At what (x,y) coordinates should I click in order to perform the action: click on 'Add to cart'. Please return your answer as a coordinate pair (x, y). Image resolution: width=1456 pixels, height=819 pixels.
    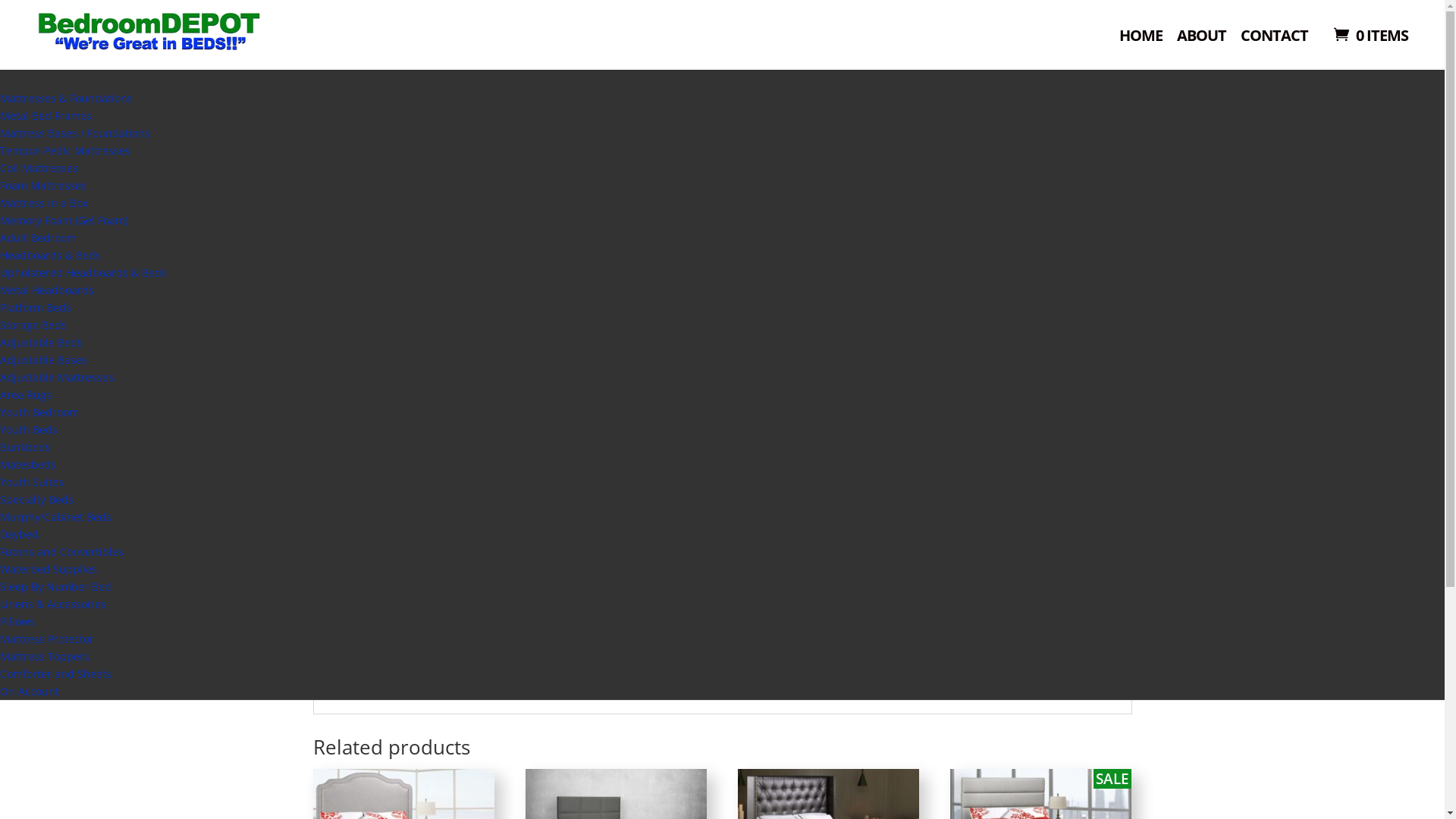
    Looking at the image, I should click on (854, 362).